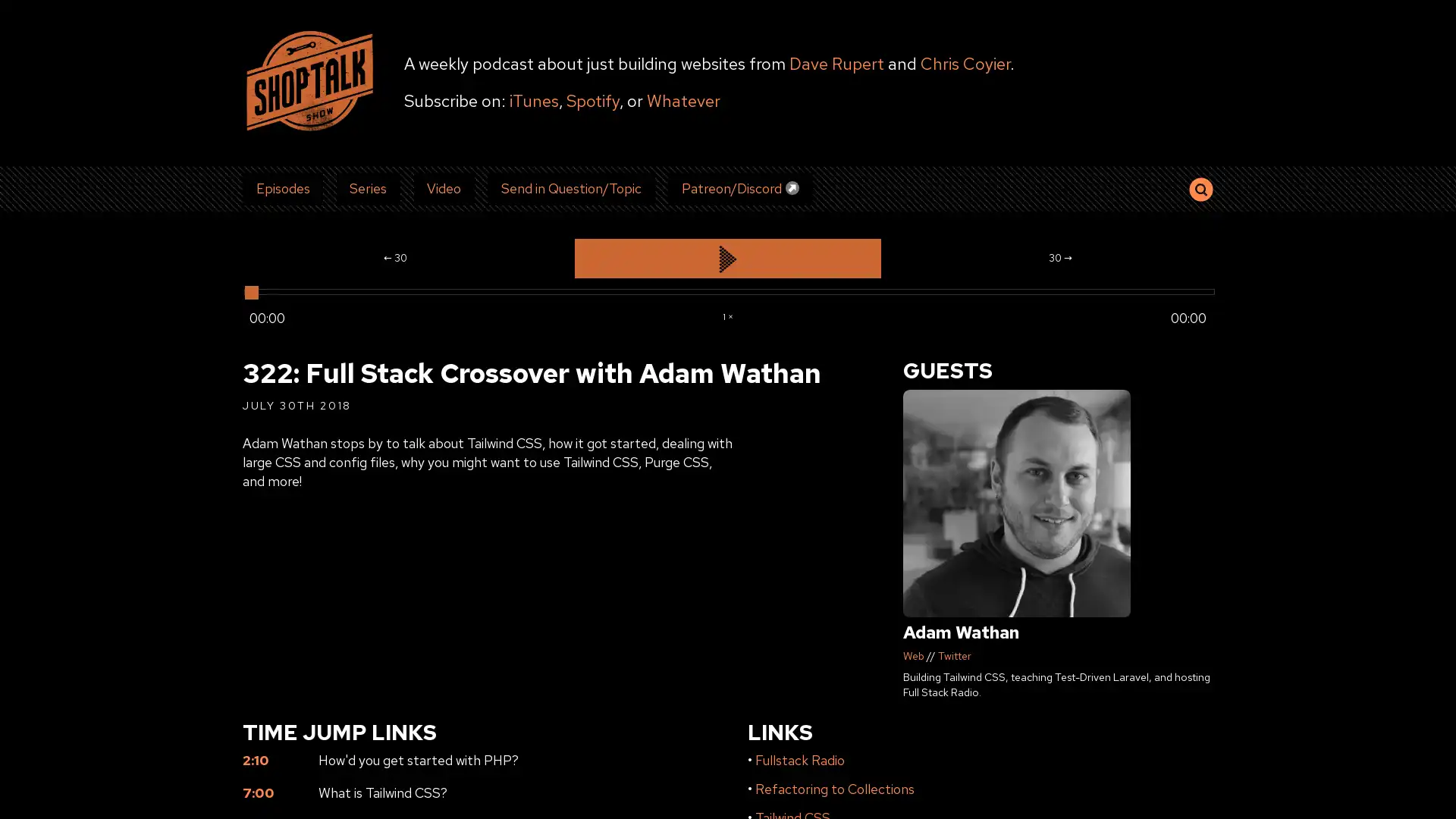 This screenshot has height=819, width=1456. Describe the element at coordinates (1059, 257) in the screenshot. I see `Fast Forward 30 seconds` at that location.